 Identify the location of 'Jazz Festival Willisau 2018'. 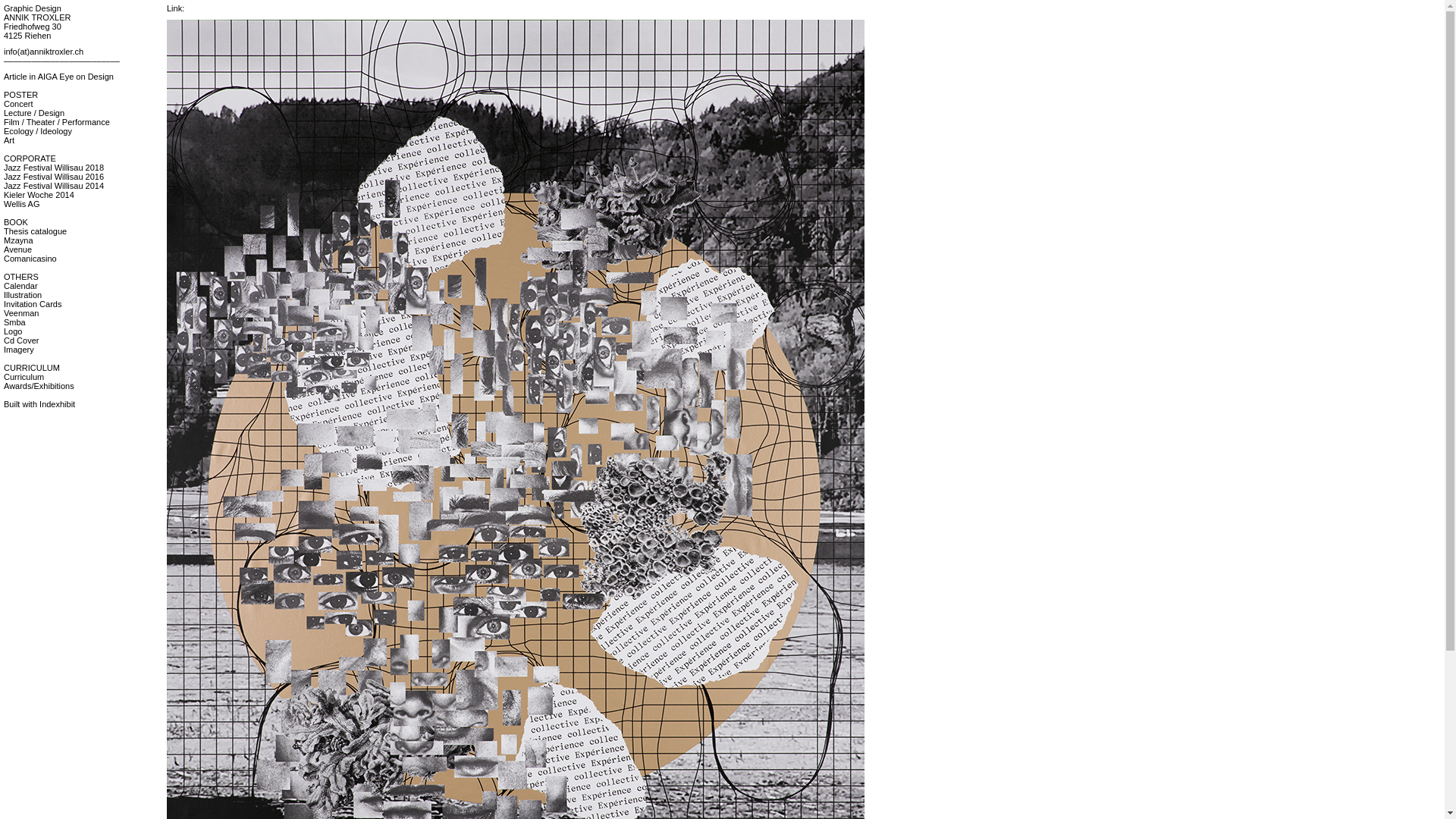
(54, 167).